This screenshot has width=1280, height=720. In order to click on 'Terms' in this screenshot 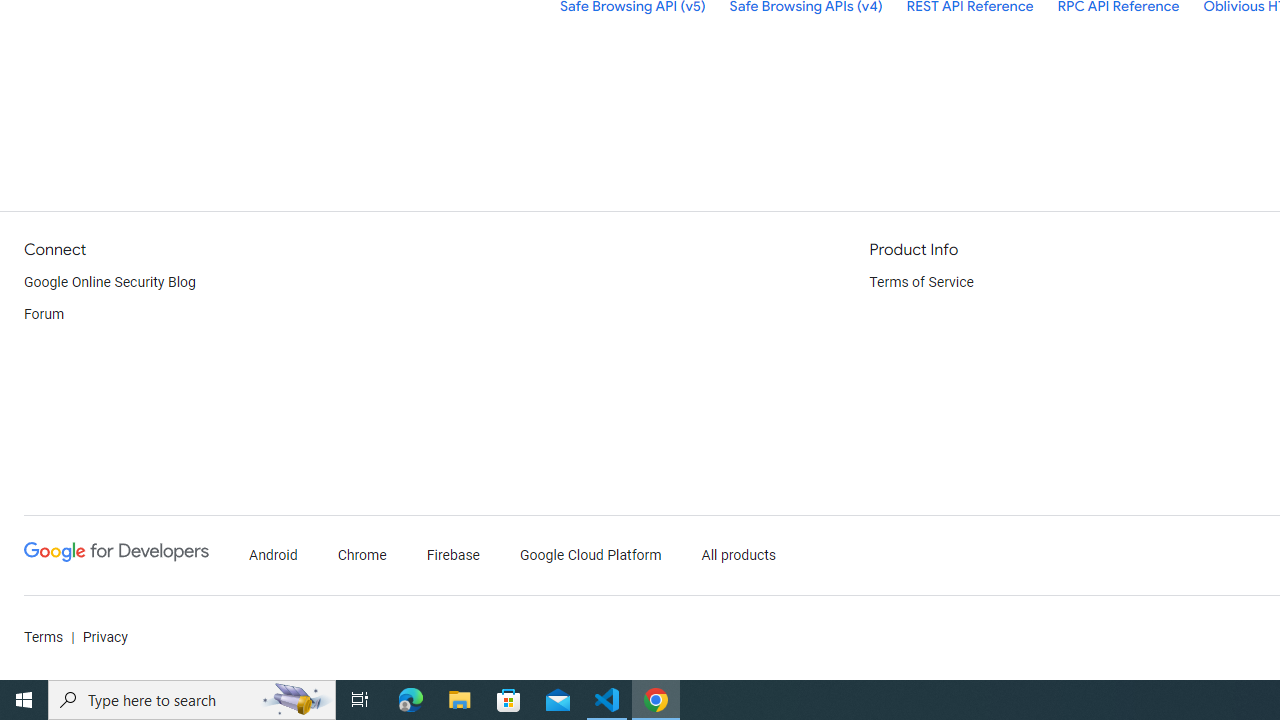, I will do `click(44, 637)`.